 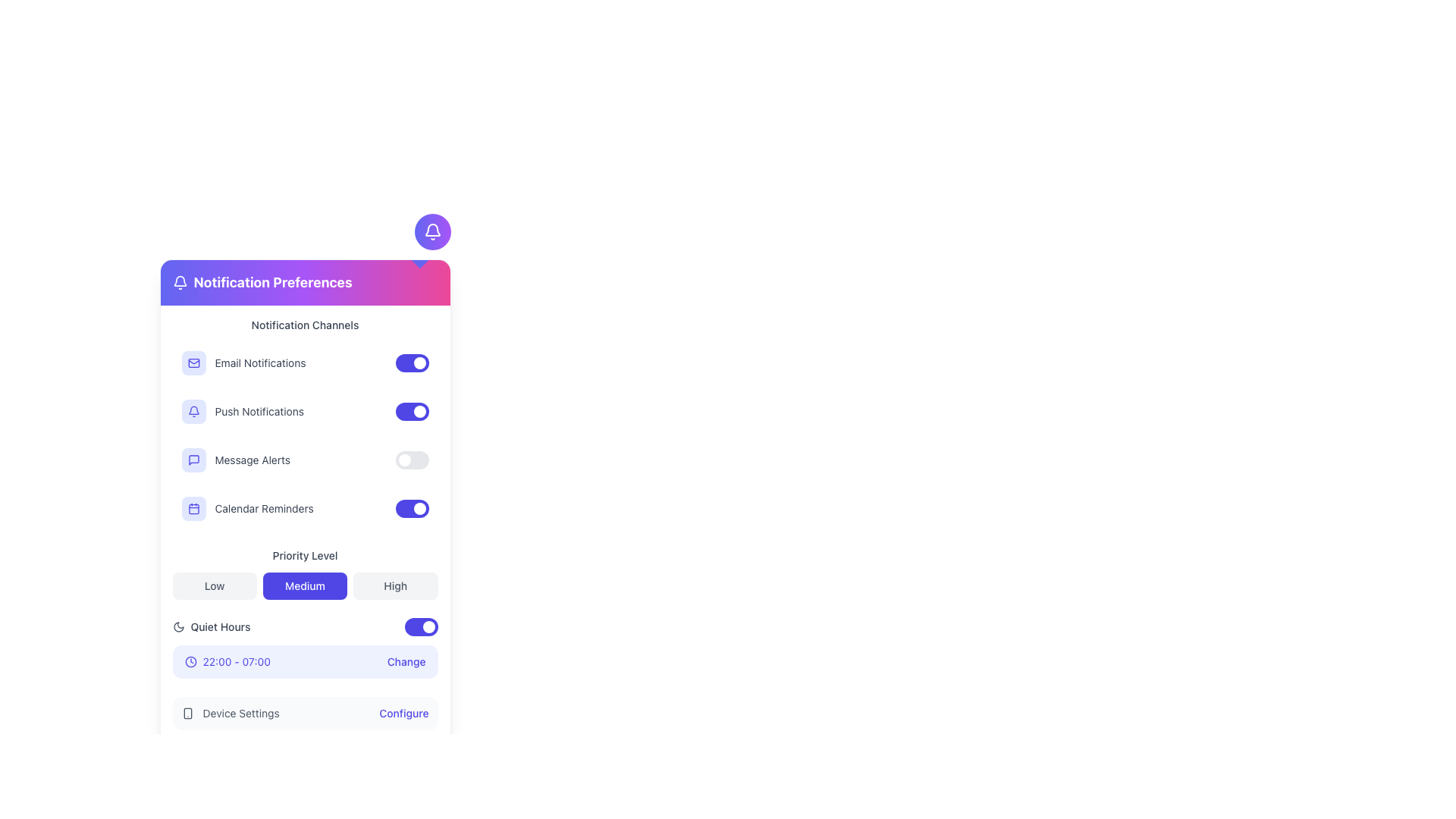 I want to click on the 'Device Settings' text label, which is styled in a small-sized gray font and positioned alongside a smartphone icon, so click(x=240, y=714).